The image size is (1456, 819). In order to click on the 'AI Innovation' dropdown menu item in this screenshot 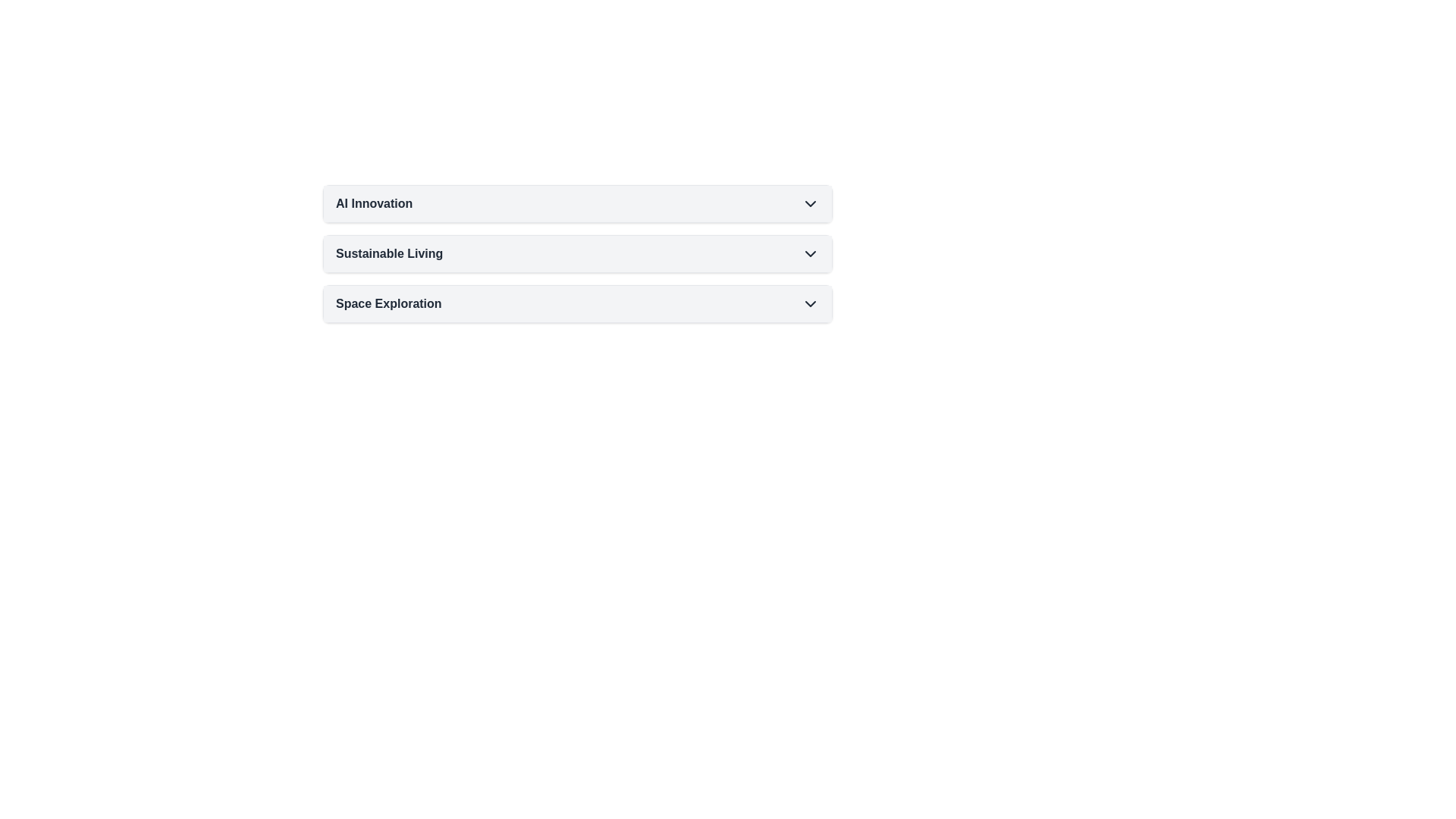, I will do `click(577, 203)`.